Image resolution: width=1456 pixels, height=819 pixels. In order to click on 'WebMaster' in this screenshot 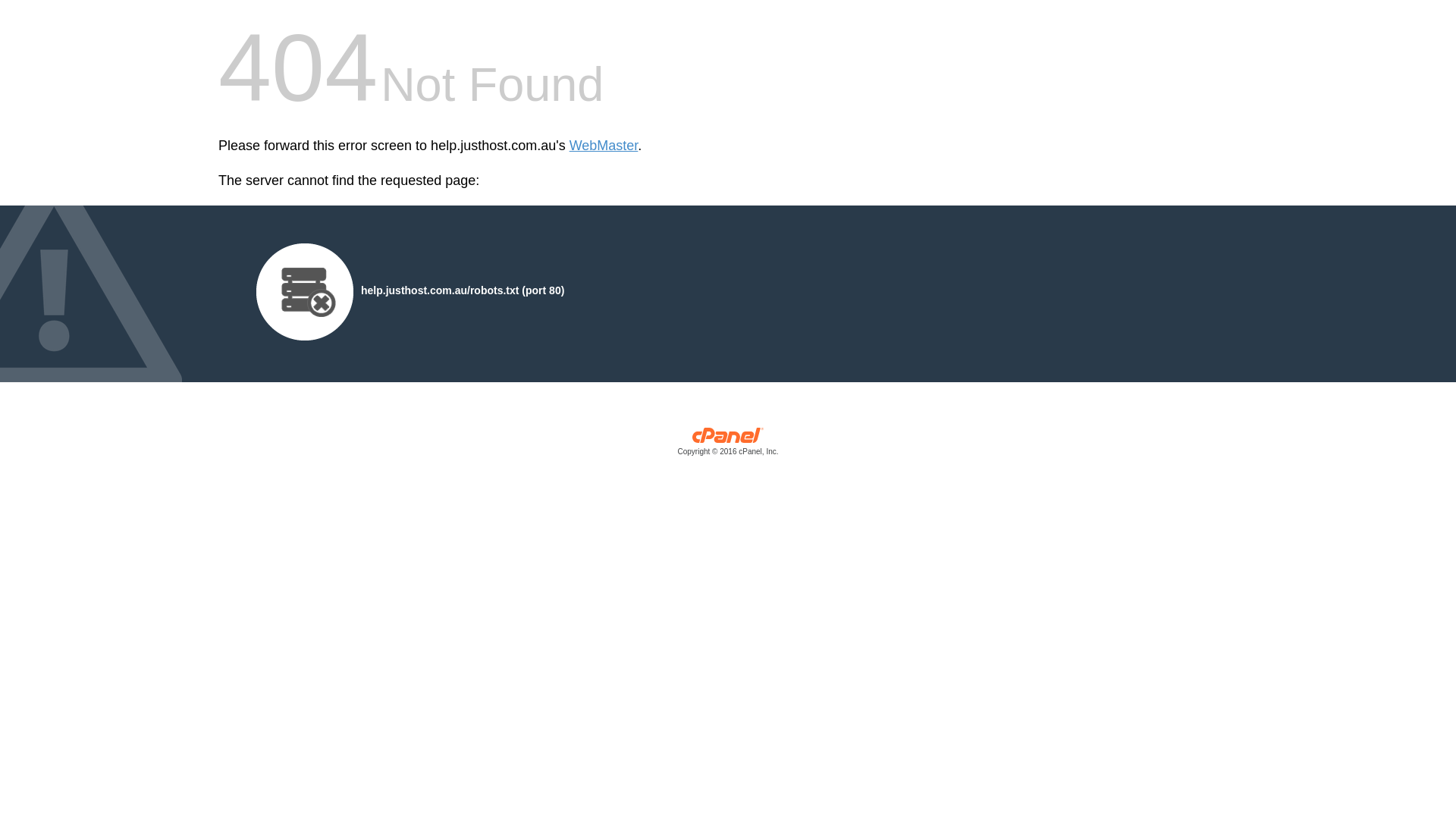, I will do `click(603, 146)`.